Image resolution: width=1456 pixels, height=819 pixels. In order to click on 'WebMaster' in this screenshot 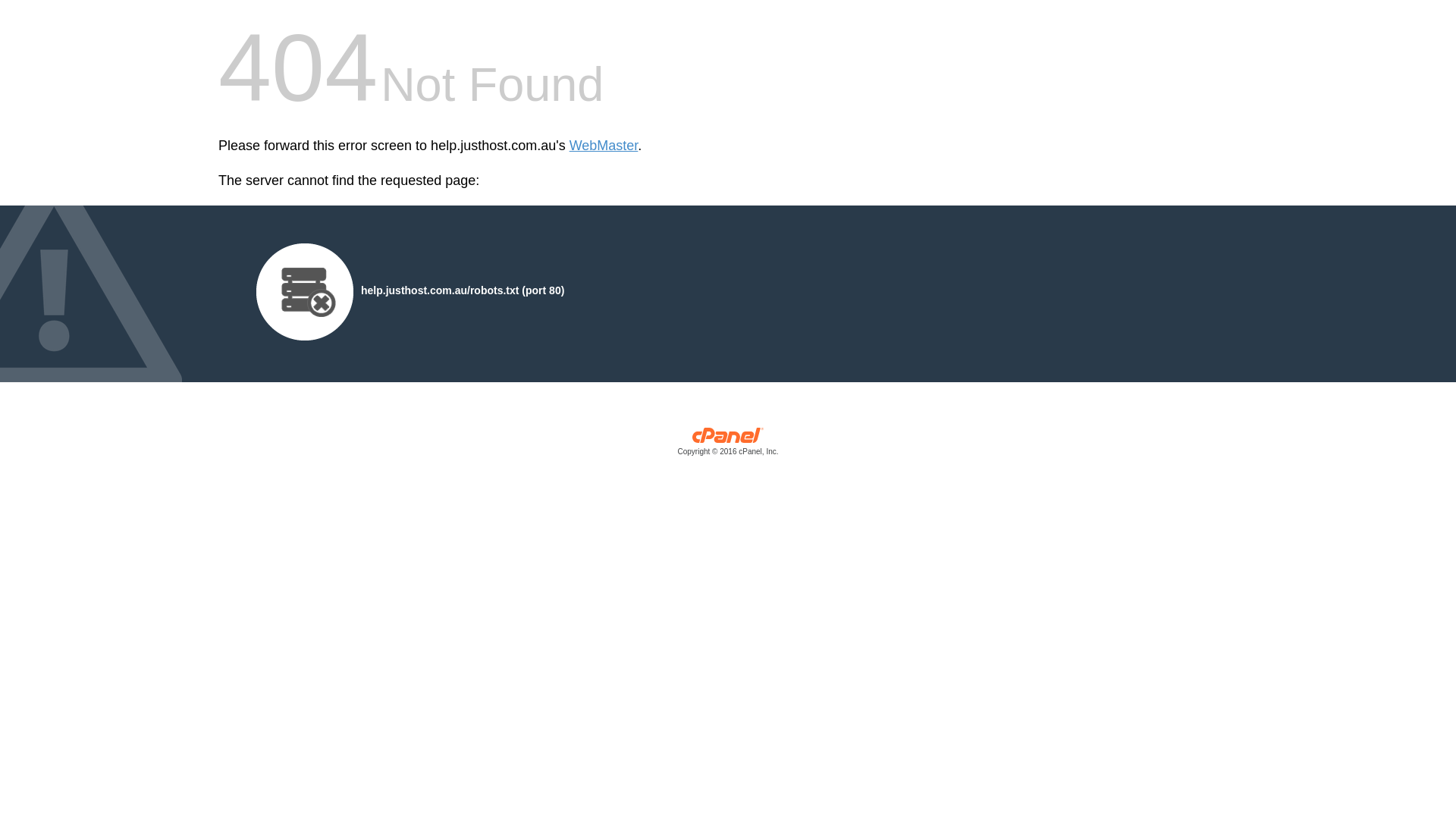, I will do `click(603, 146)`.